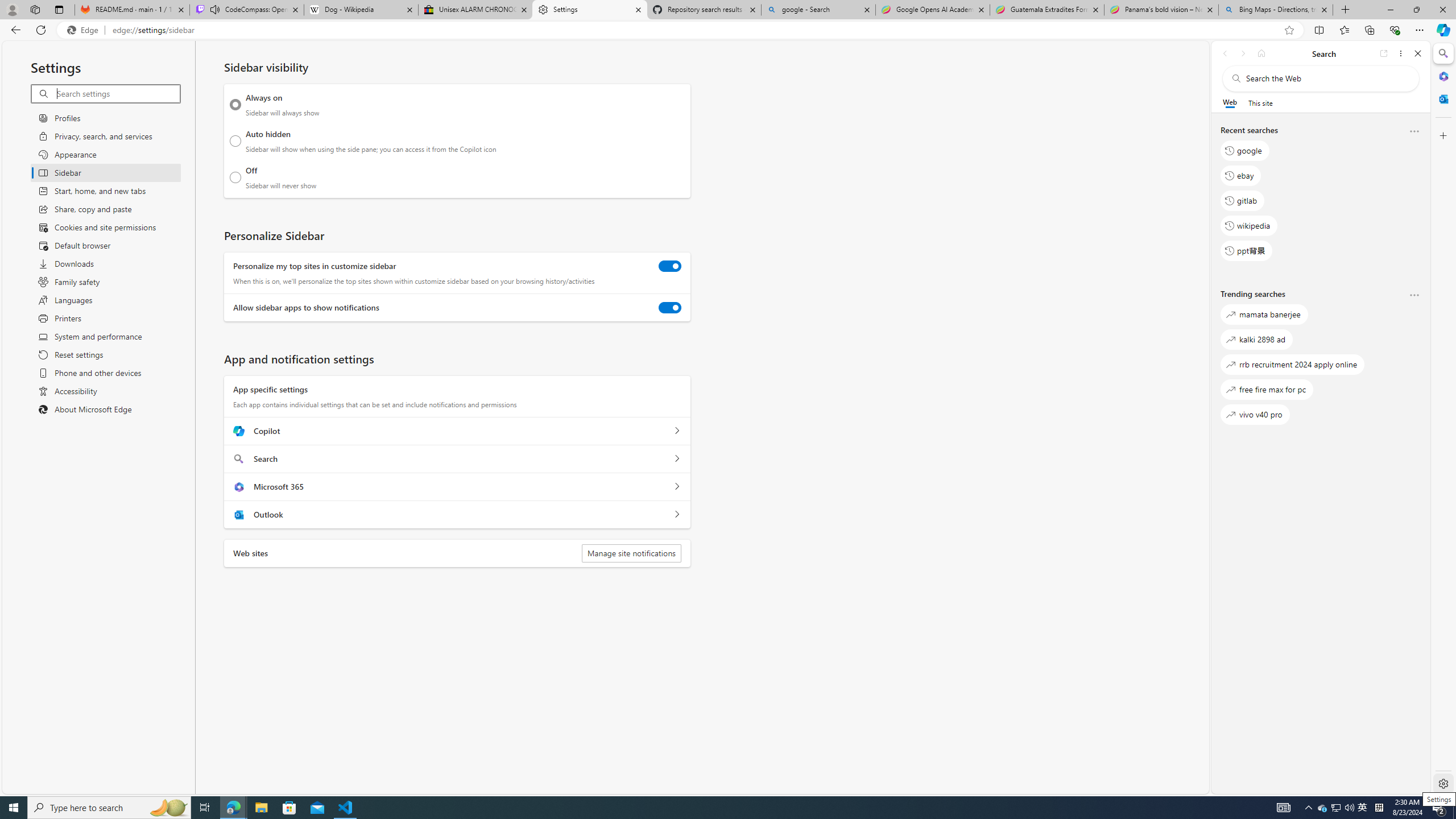 This screenshot has height=819, width=1456. What do you see at coordinates (1266, 388) in the screenshot?
I see `'free fire max for pc'` at bounding box center [1266, 388].